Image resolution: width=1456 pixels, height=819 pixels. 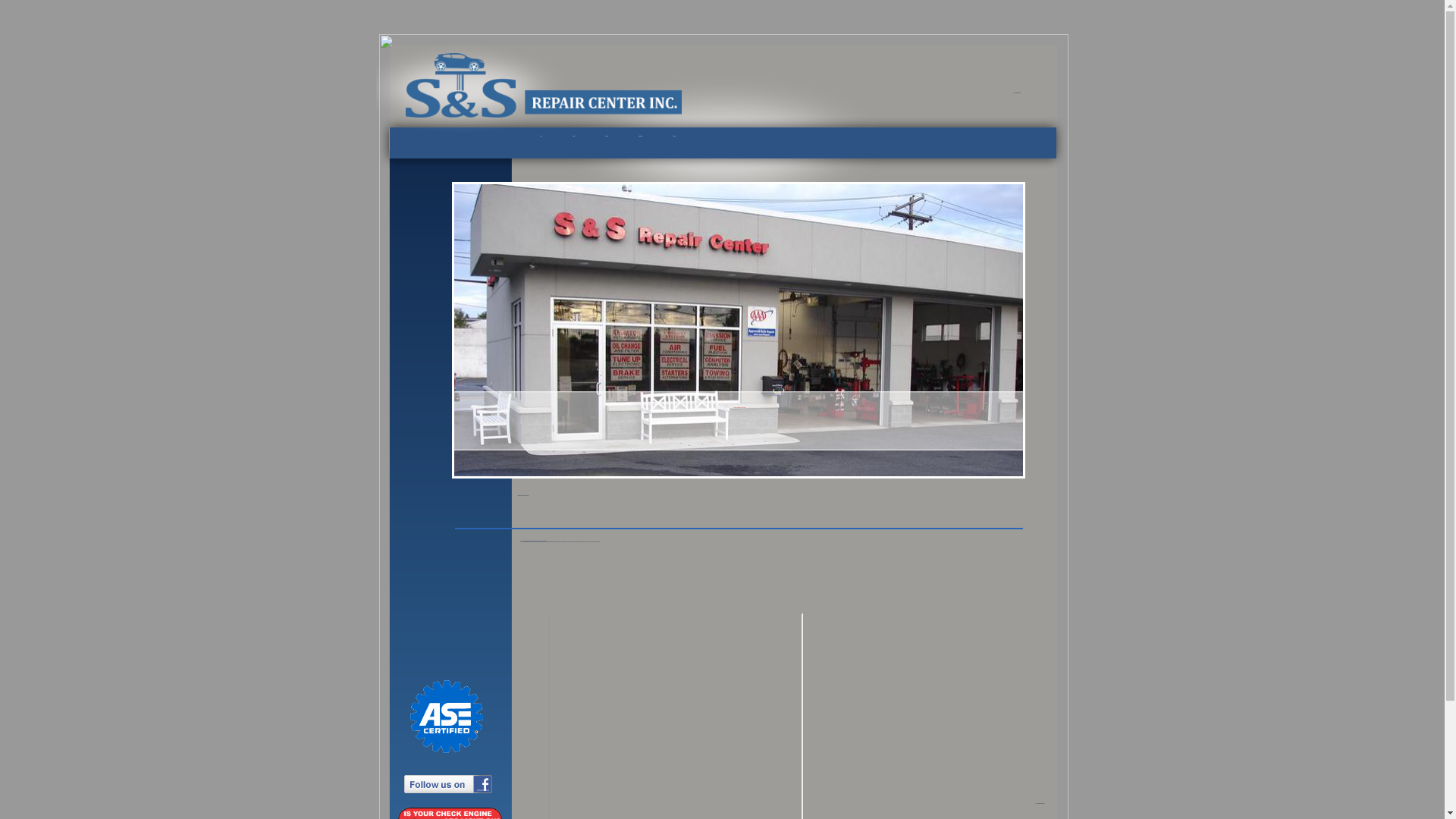 What do you see at coordinates (640, 135) in the screenshot?
I see `'Testimonials'` at bounding box center [640, 135].